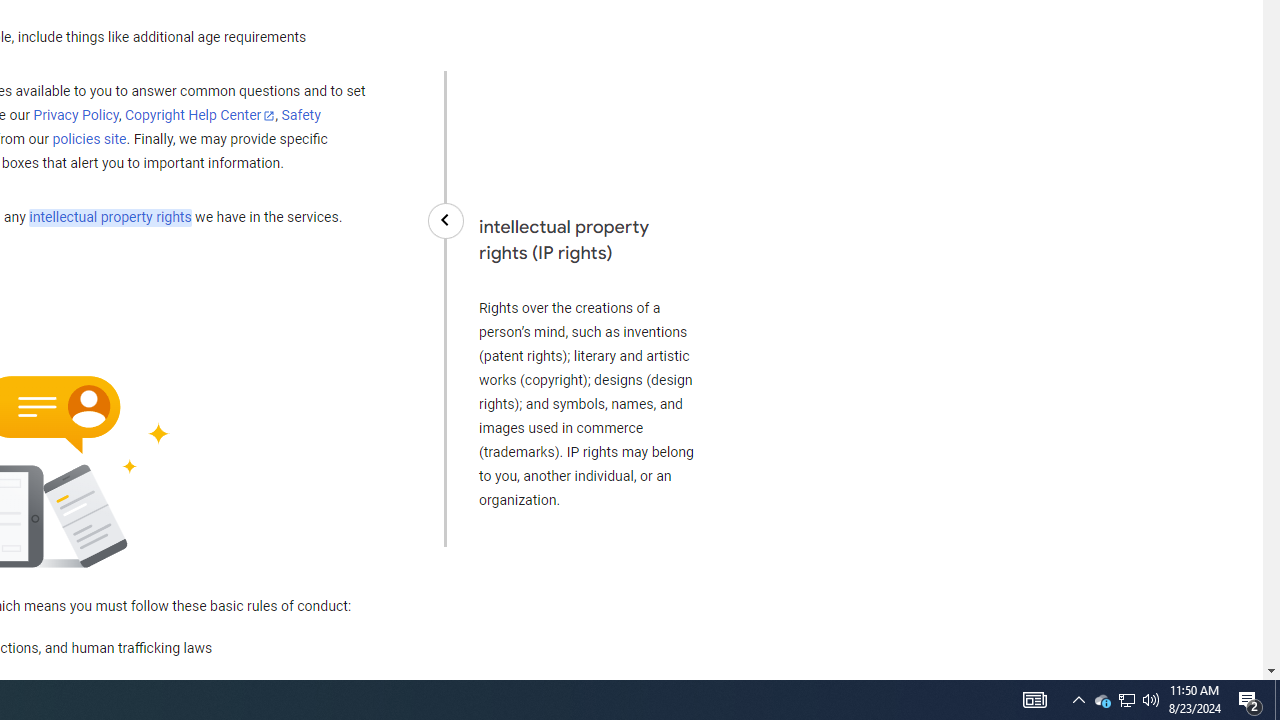 The image size is (1280, 720). I want to click on 'intellectual property rights', so click(109, 218).